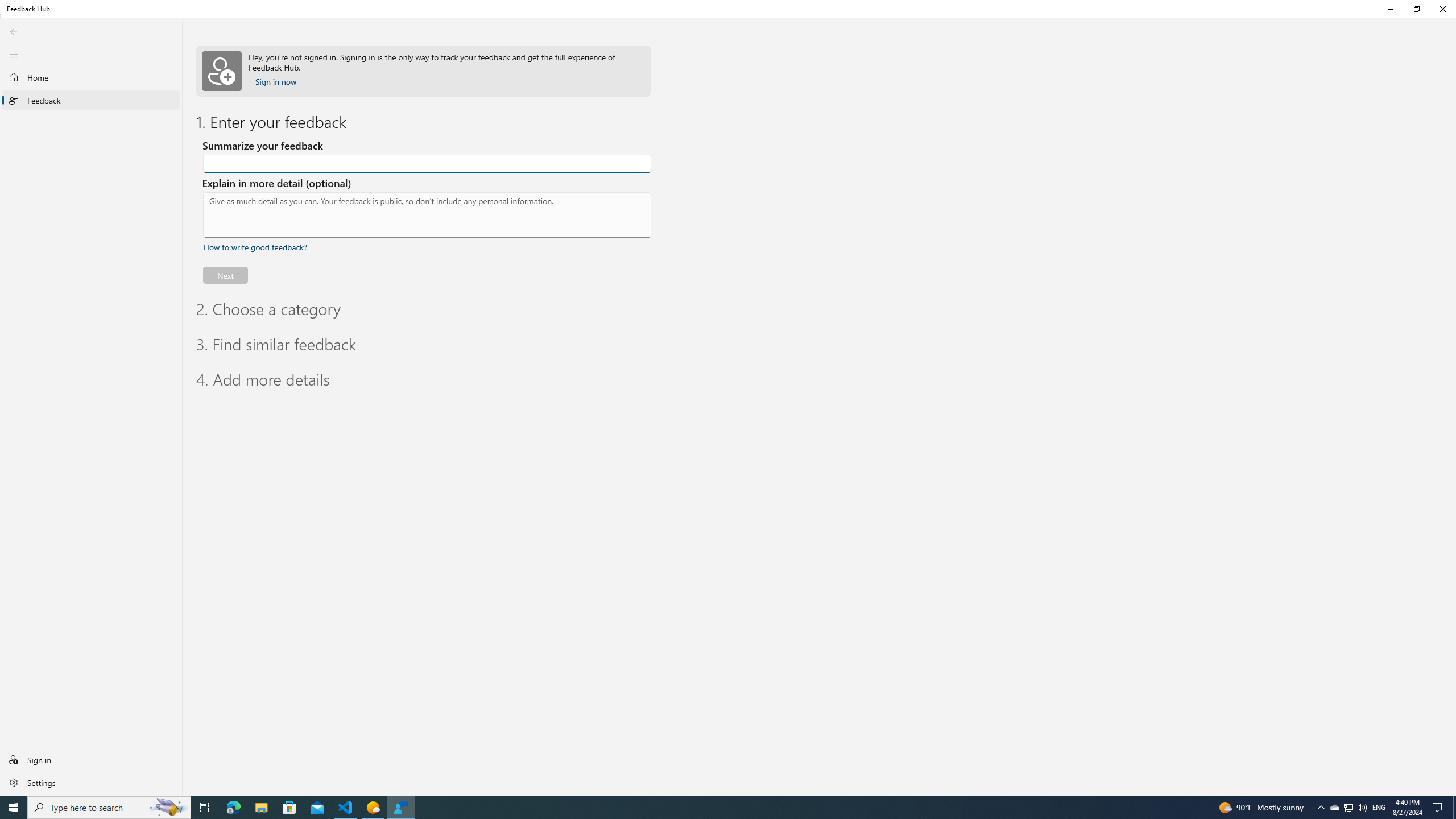  Describe the element at coordinates (90, 77) in the screenshot. I see `'Home'` at that location.